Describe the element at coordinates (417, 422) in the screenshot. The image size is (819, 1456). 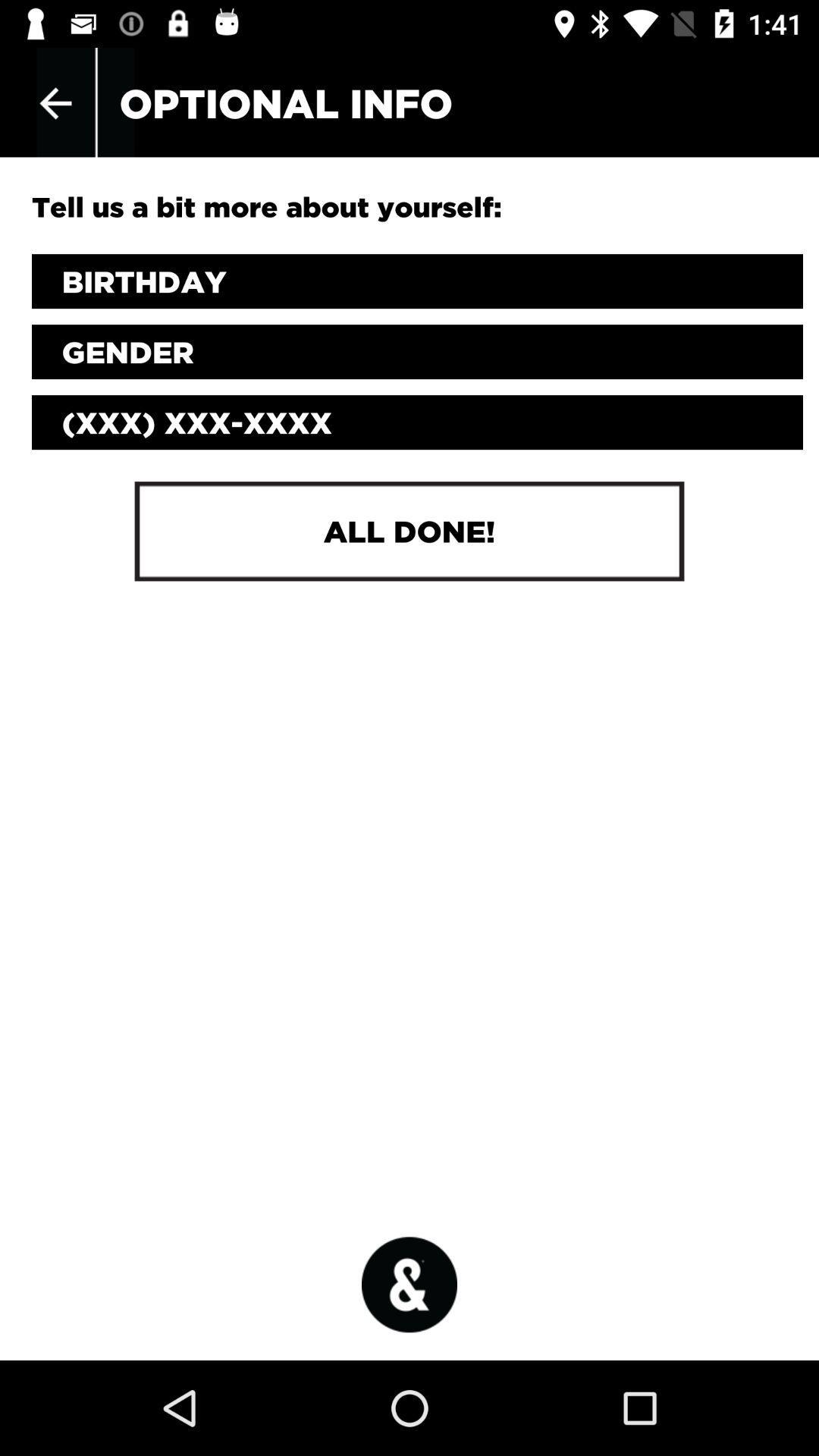
I see `phone number` at that location.